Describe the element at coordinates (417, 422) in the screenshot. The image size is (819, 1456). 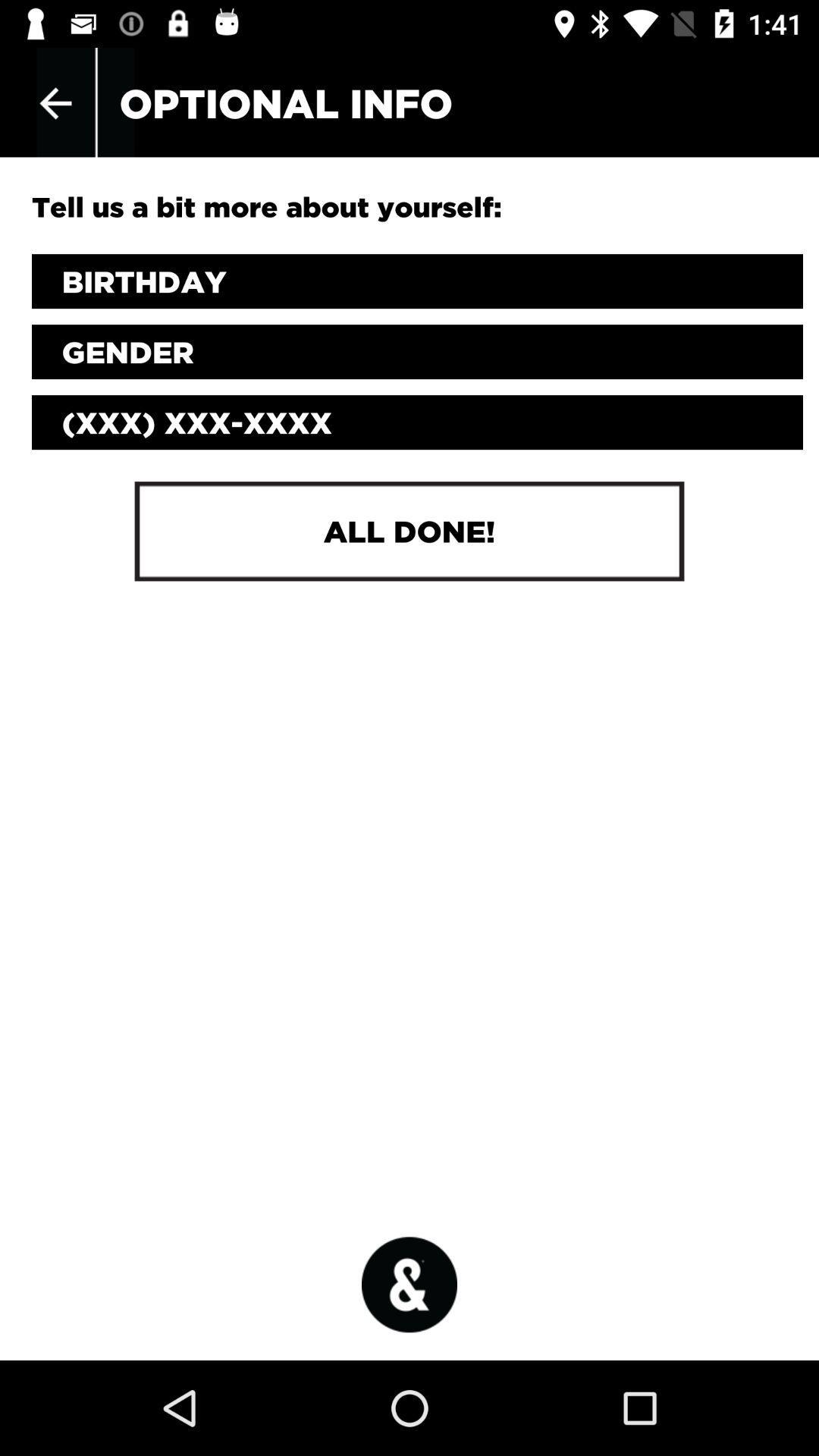
I see `phone number` at that location.